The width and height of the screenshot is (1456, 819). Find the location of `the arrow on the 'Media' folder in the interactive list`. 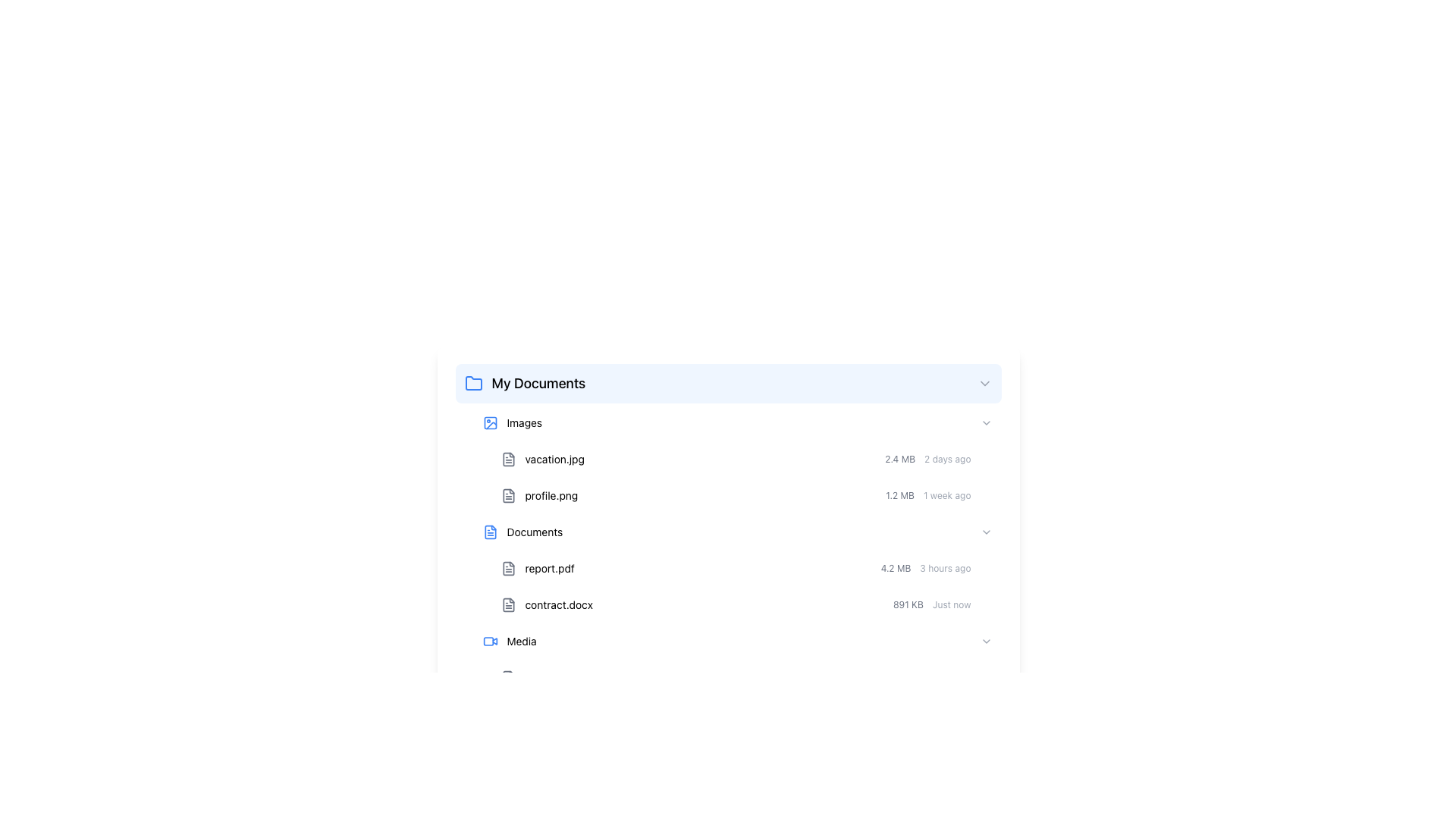

the arrow on the 'Media' folder in the interactive list is located at coordinates (737, 641).